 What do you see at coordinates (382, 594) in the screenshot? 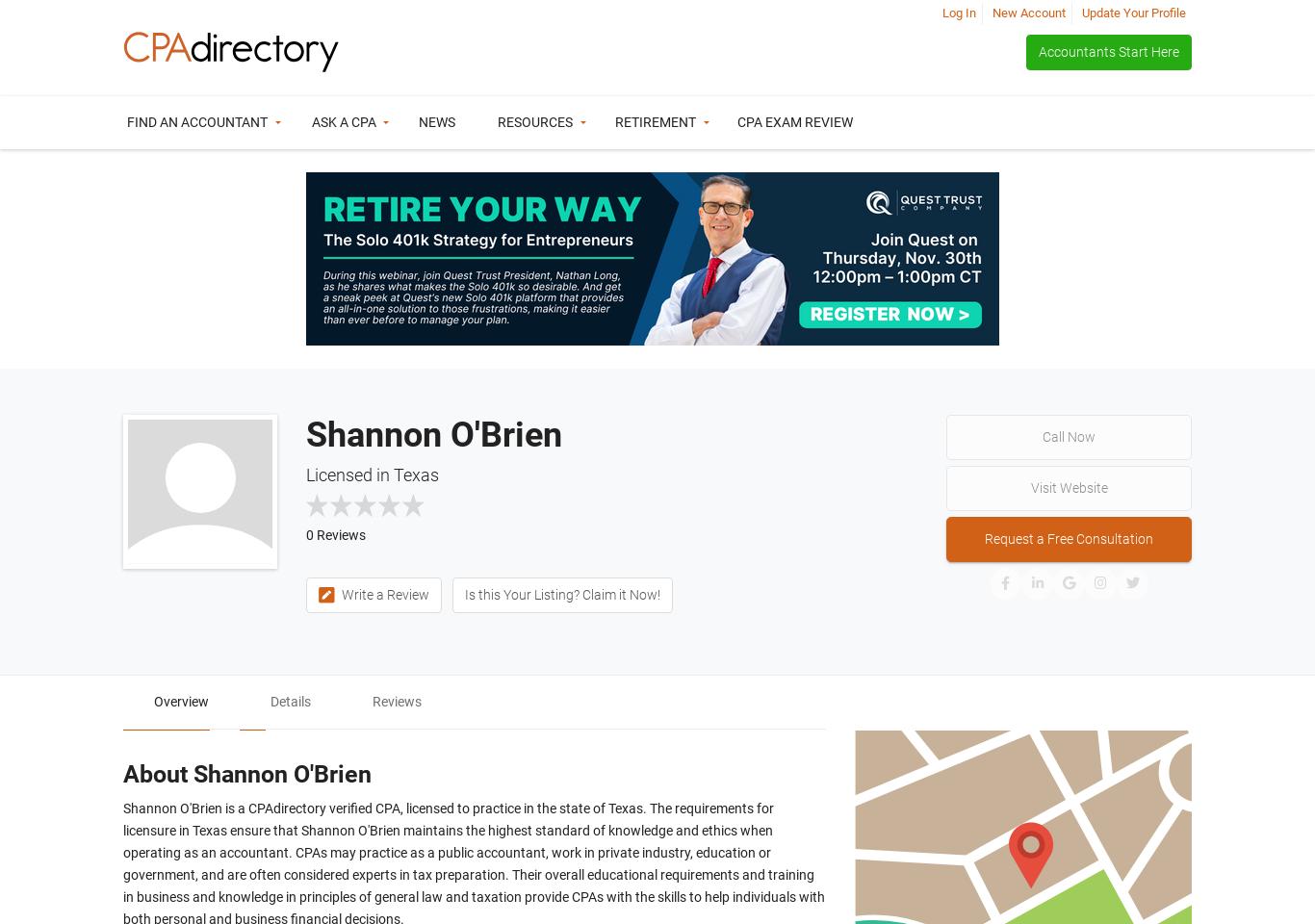
I see `'Write a Review'` at bounding box center [382, 594].